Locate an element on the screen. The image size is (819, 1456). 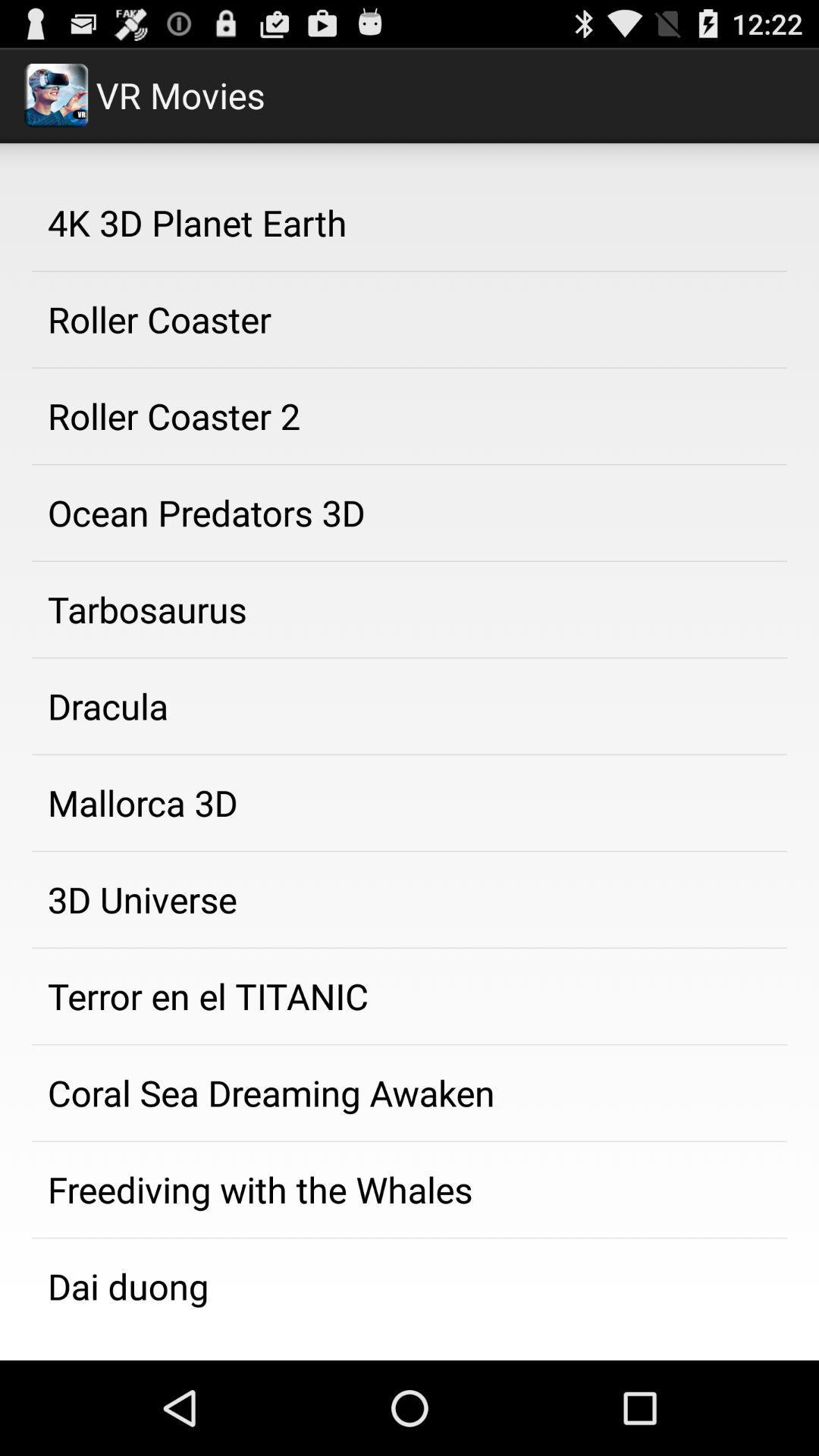
the app above the roller coaster icon is located at coordinates (409, 221).